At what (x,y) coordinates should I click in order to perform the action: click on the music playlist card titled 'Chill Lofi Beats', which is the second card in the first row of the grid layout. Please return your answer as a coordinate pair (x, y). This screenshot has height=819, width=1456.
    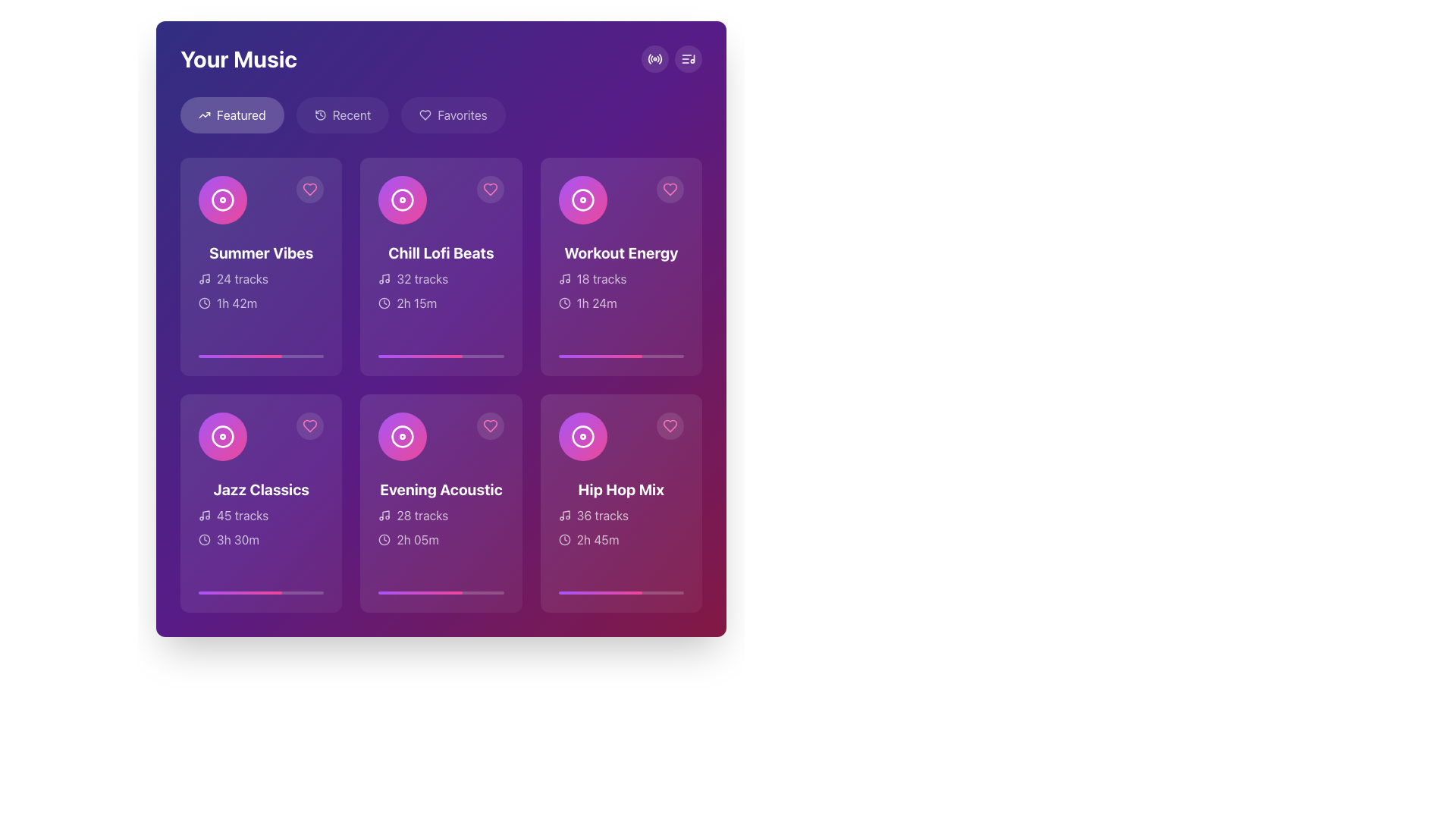
    Looking at the image, I should click on (440, 278).